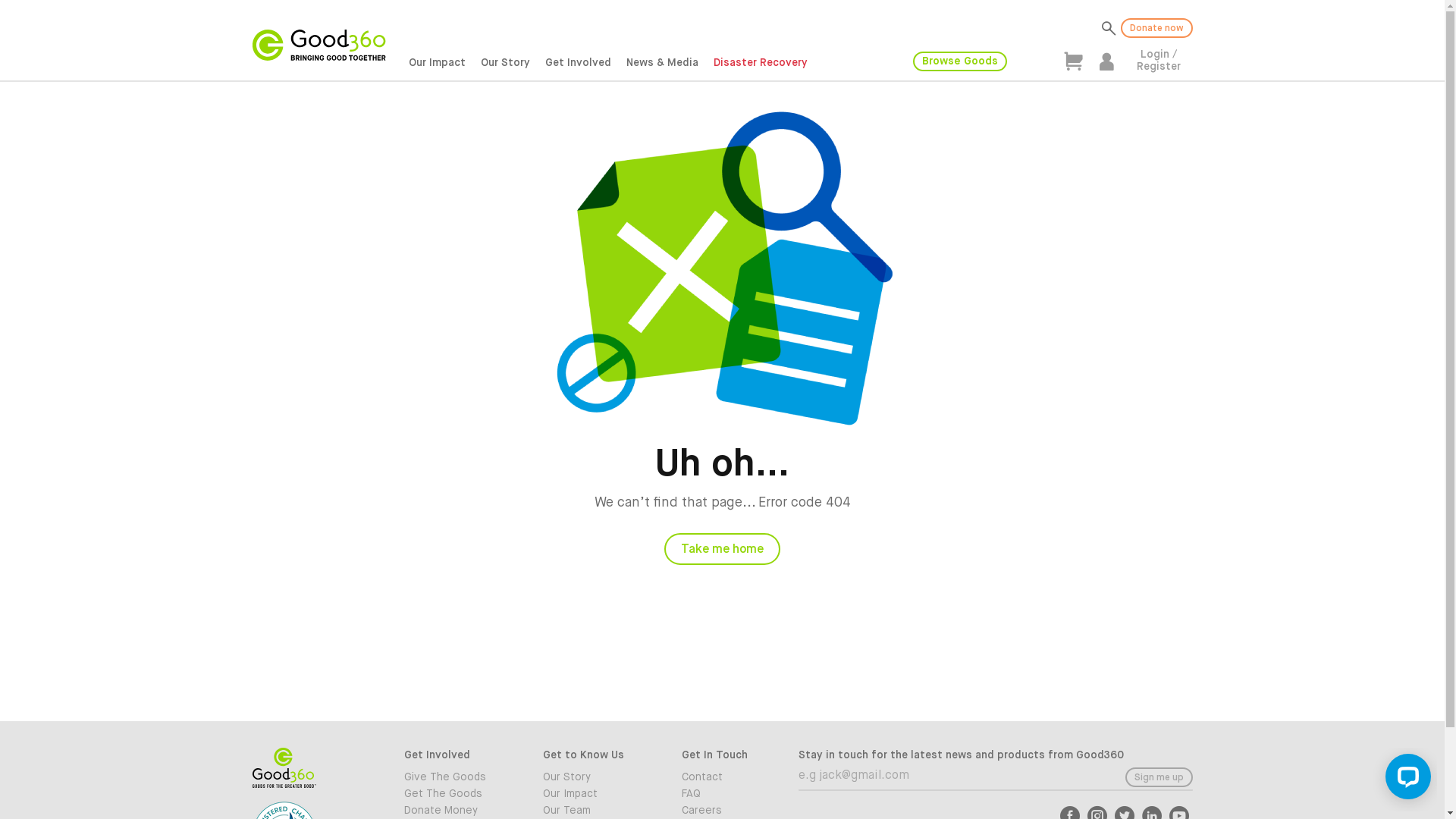 This screenshot has height=819, width=1456. Describe the element at coordinates (1121, 28) in the screenshot. I see `'Donate now'` at that location.